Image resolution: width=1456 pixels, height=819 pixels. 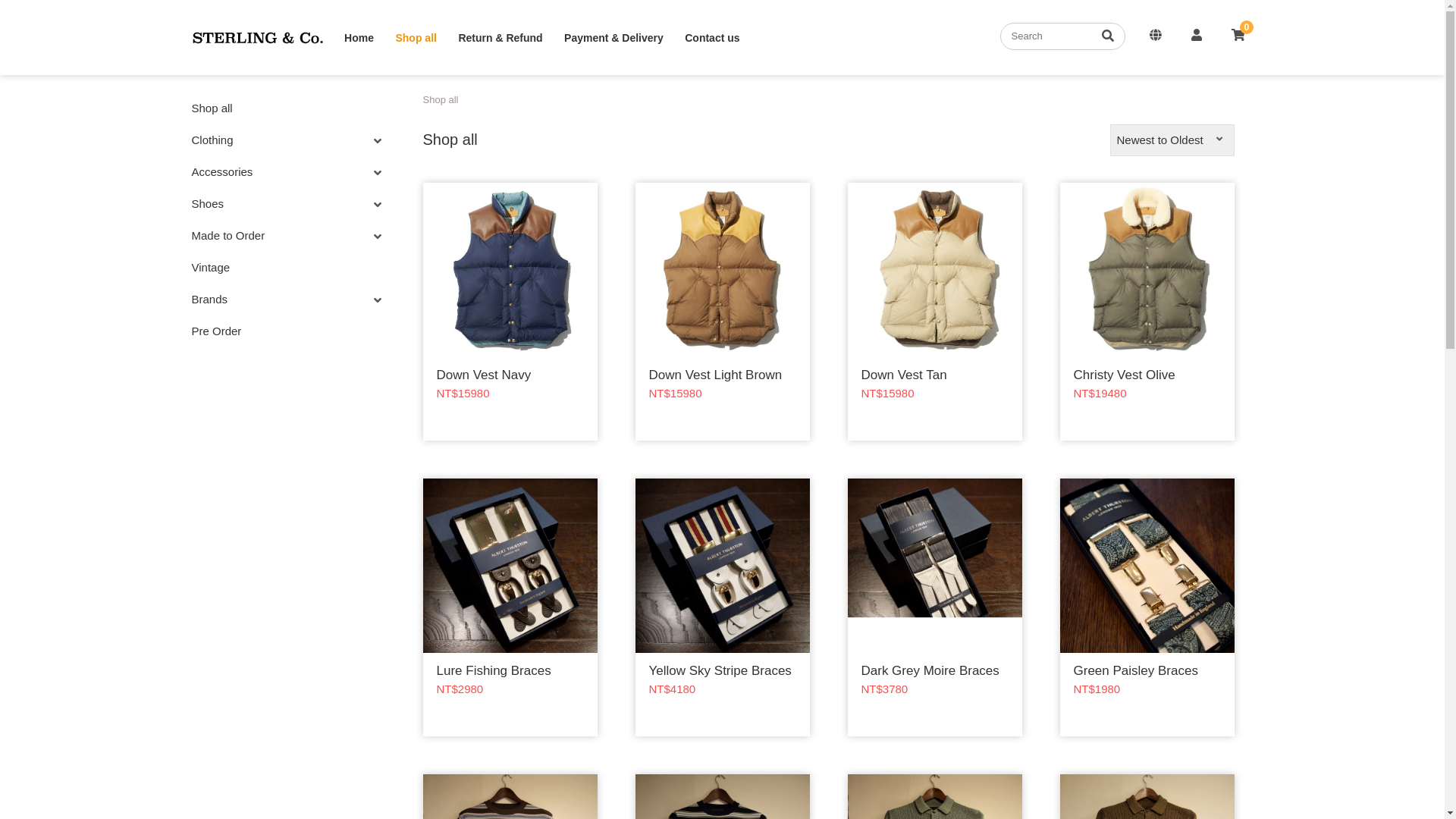 What do you see at coordinates (1238, 34) in the screenshot?
I see `'0'` at bounding box center [1238, 34].